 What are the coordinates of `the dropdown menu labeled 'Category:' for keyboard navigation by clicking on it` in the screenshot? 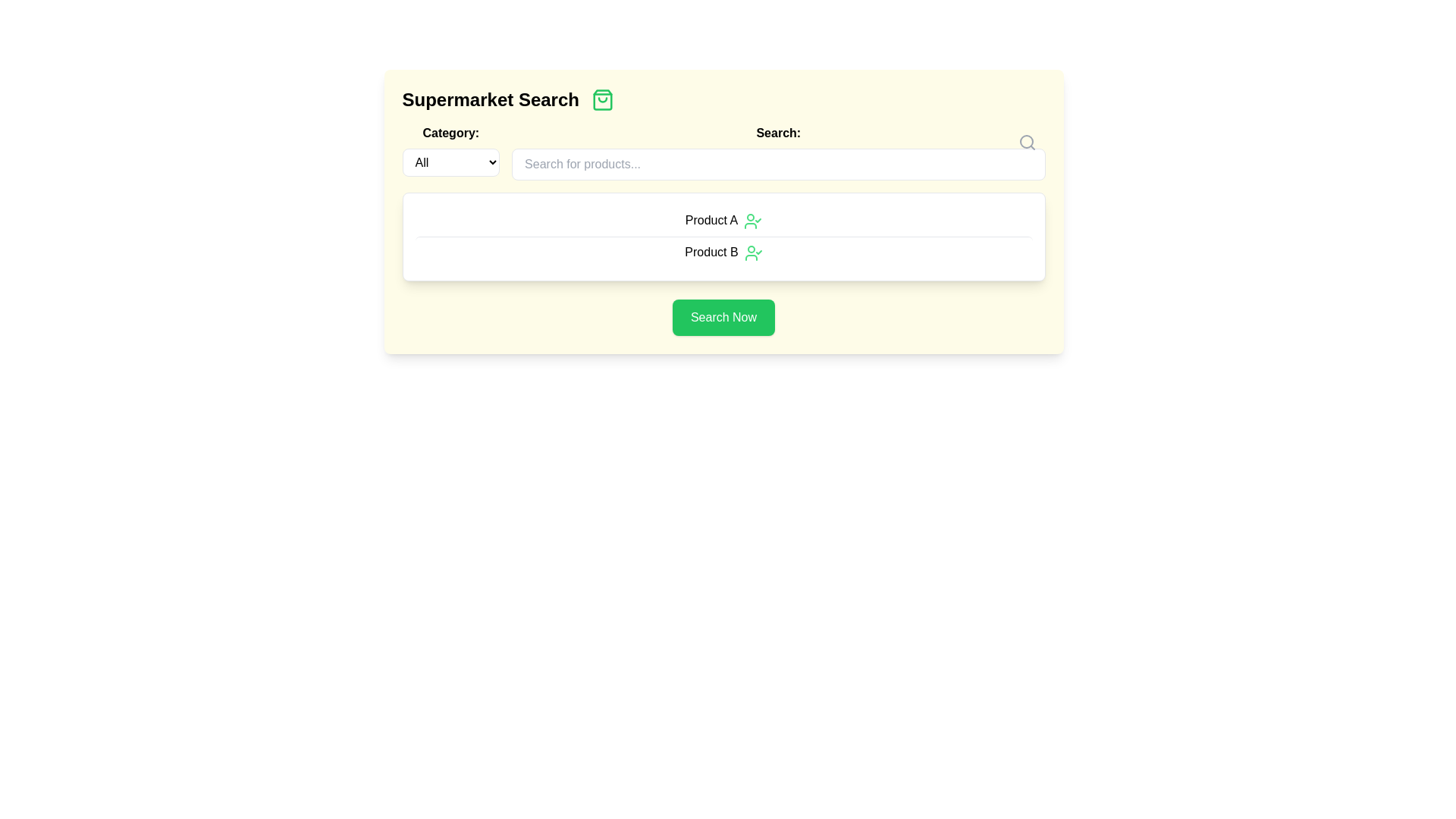 It's located at (450, 152).